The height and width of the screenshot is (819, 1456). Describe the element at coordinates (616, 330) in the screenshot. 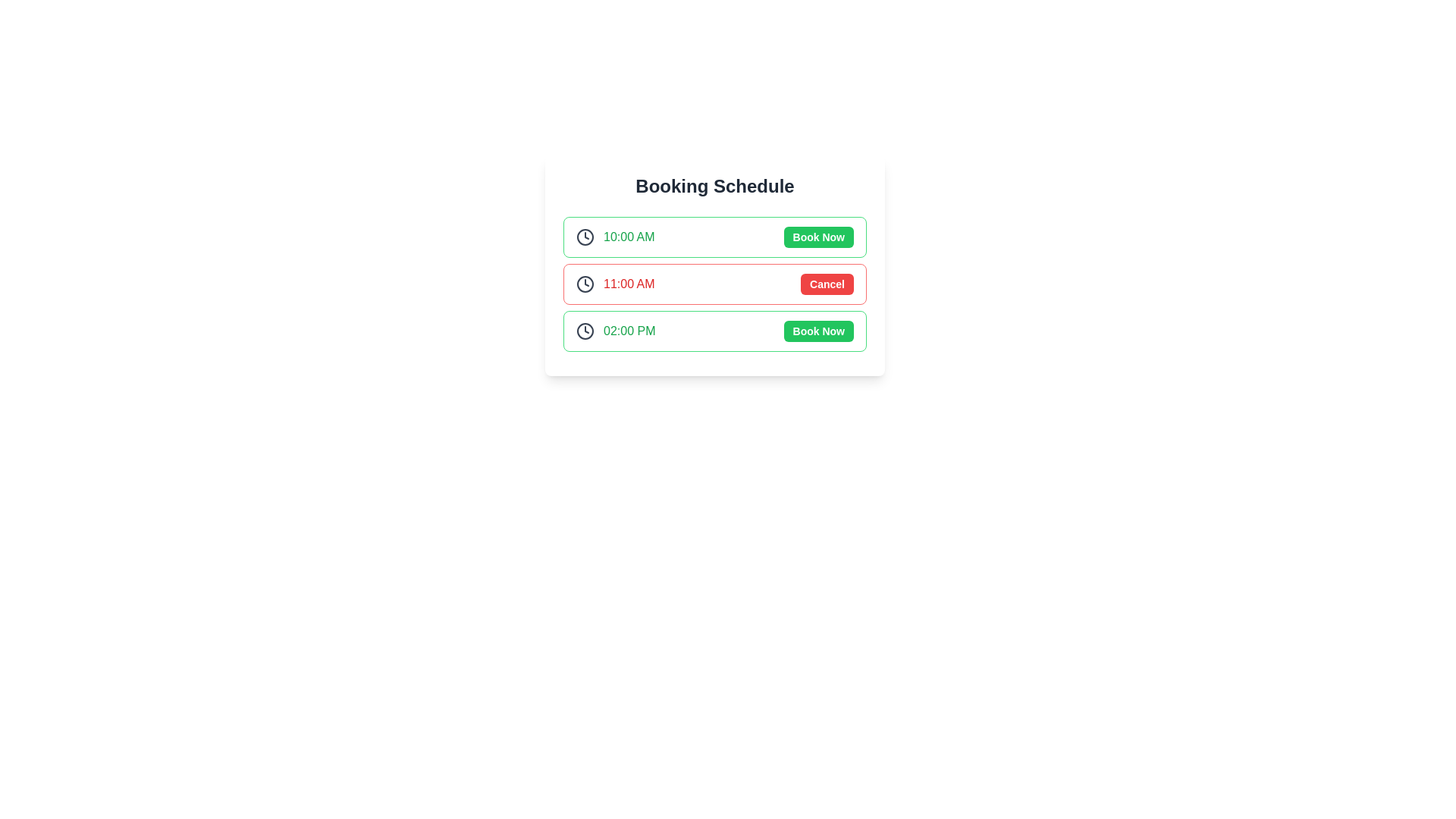

I see `the '02:00 PM' time slot element within the booking schedule, which is the third item in the list and located in the lower section of the group, accompanied by a 'Book Now' button` at that location.